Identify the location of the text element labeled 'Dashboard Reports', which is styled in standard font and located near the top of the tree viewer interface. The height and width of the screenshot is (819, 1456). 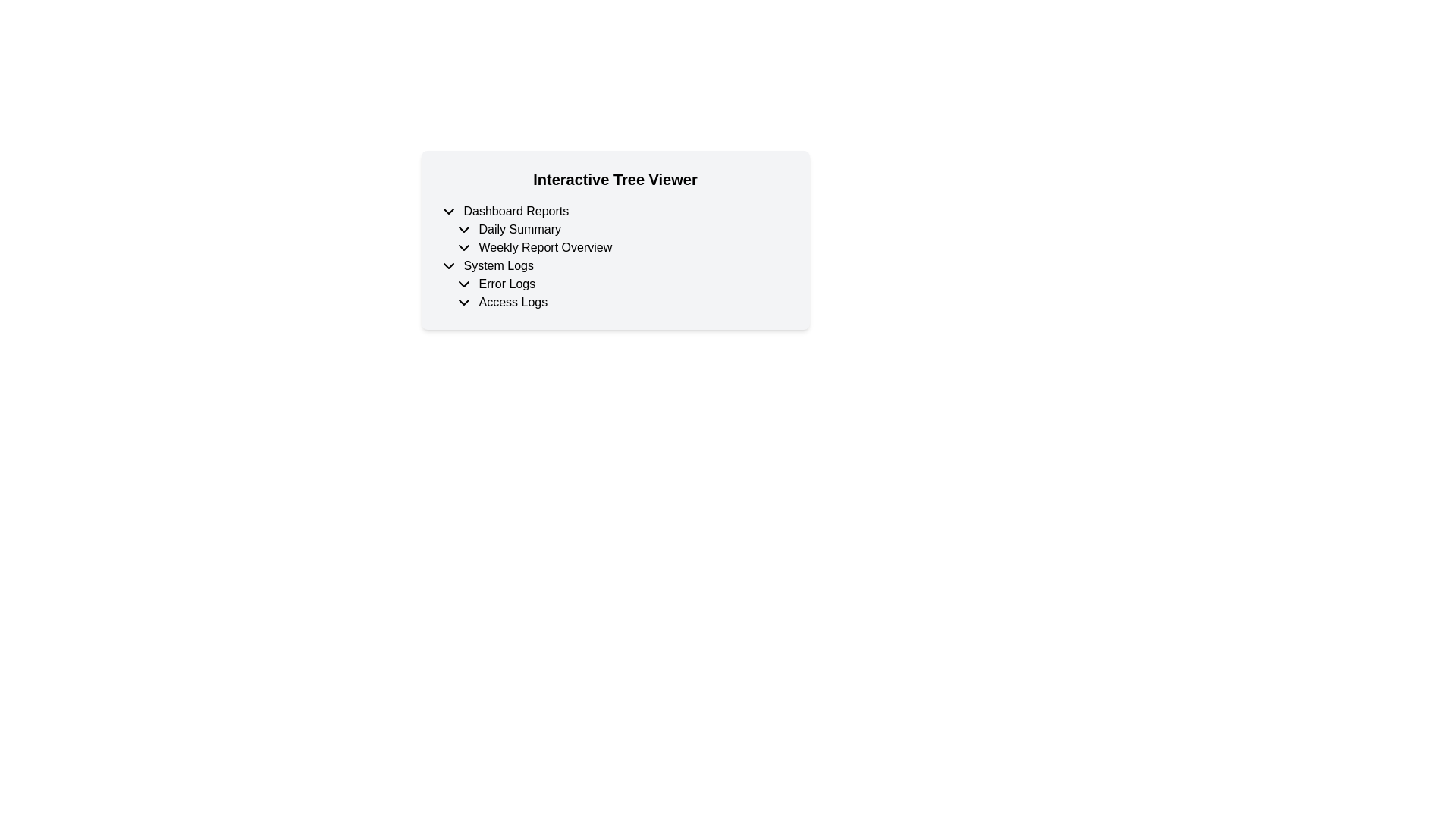
(516, 211).